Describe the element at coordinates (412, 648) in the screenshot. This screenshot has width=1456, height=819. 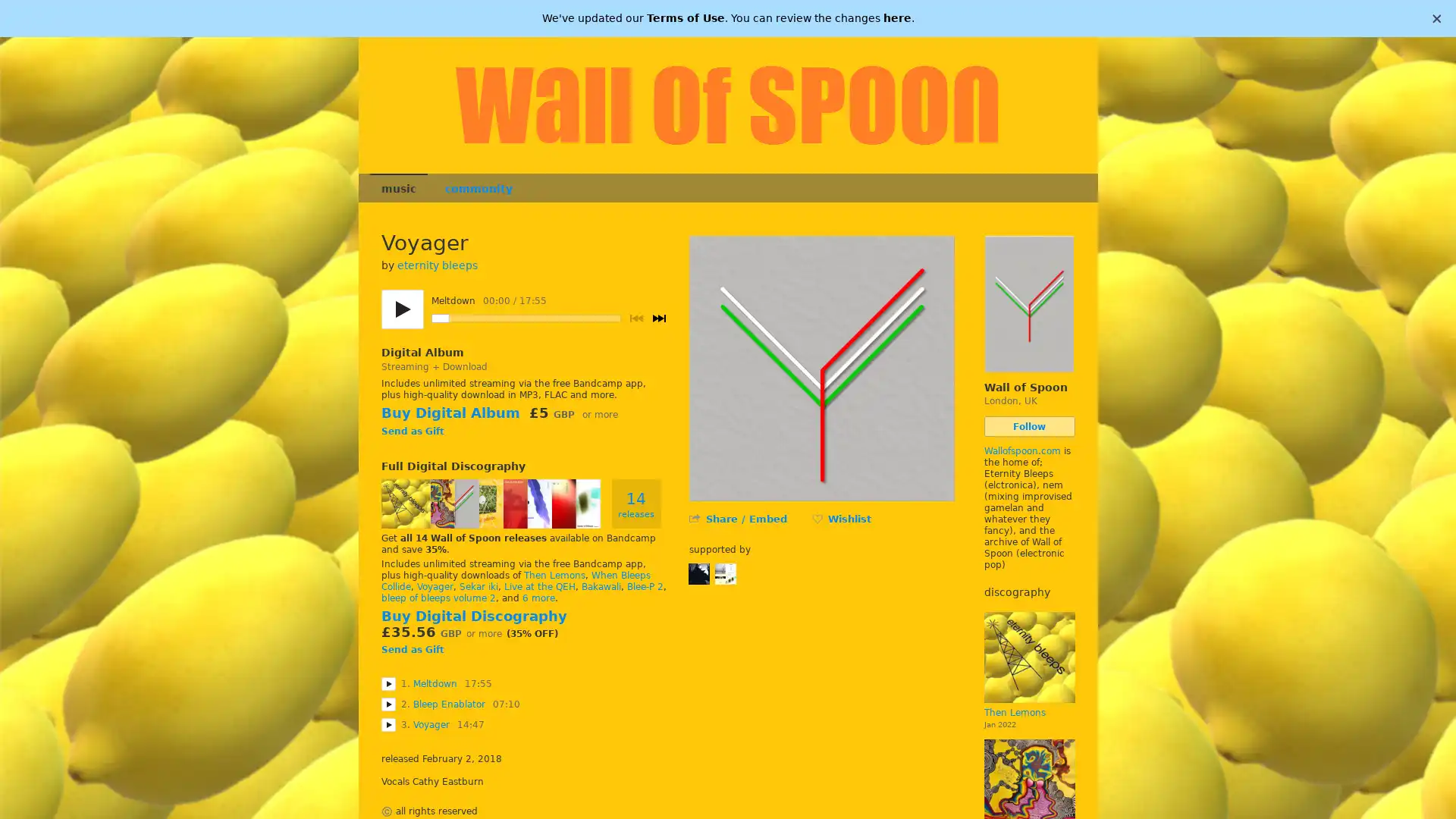
I see `Send as Gift` at that location.